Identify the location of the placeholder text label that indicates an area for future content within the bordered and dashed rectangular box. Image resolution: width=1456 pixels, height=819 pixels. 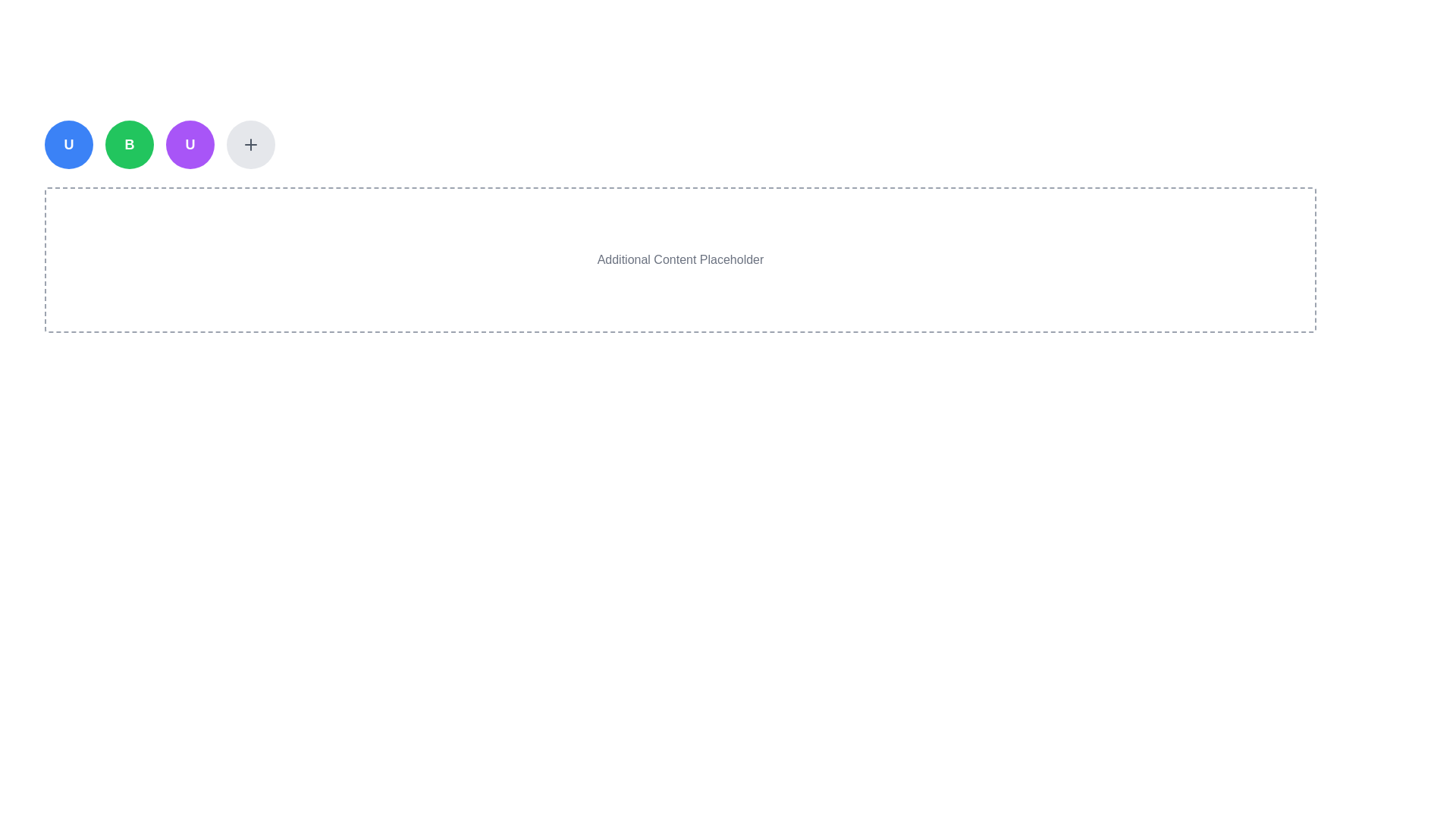
(679, 259).